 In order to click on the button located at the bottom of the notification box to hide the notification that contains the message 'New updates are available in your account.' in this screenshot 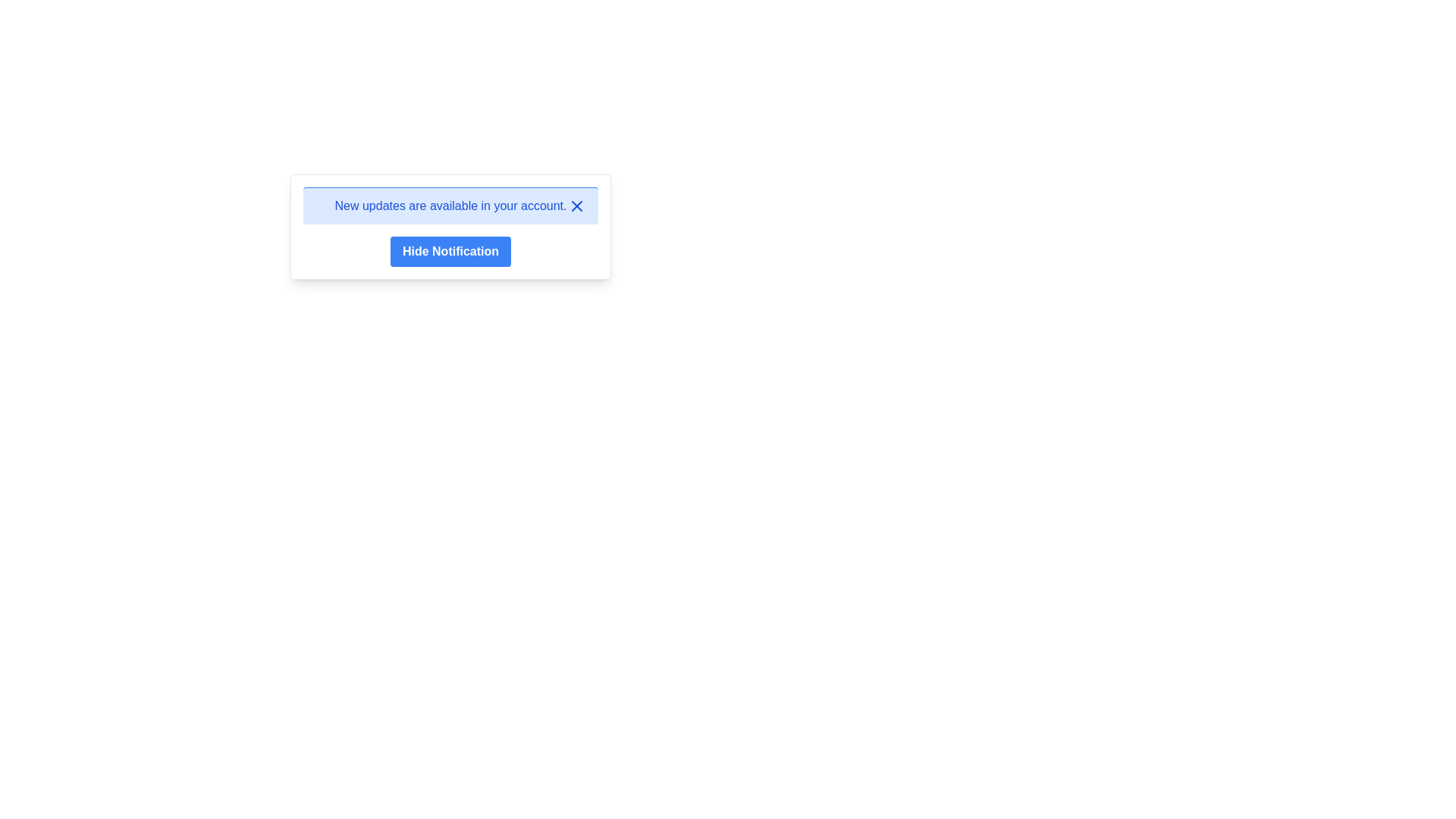, I will do `click(450, 250)`.